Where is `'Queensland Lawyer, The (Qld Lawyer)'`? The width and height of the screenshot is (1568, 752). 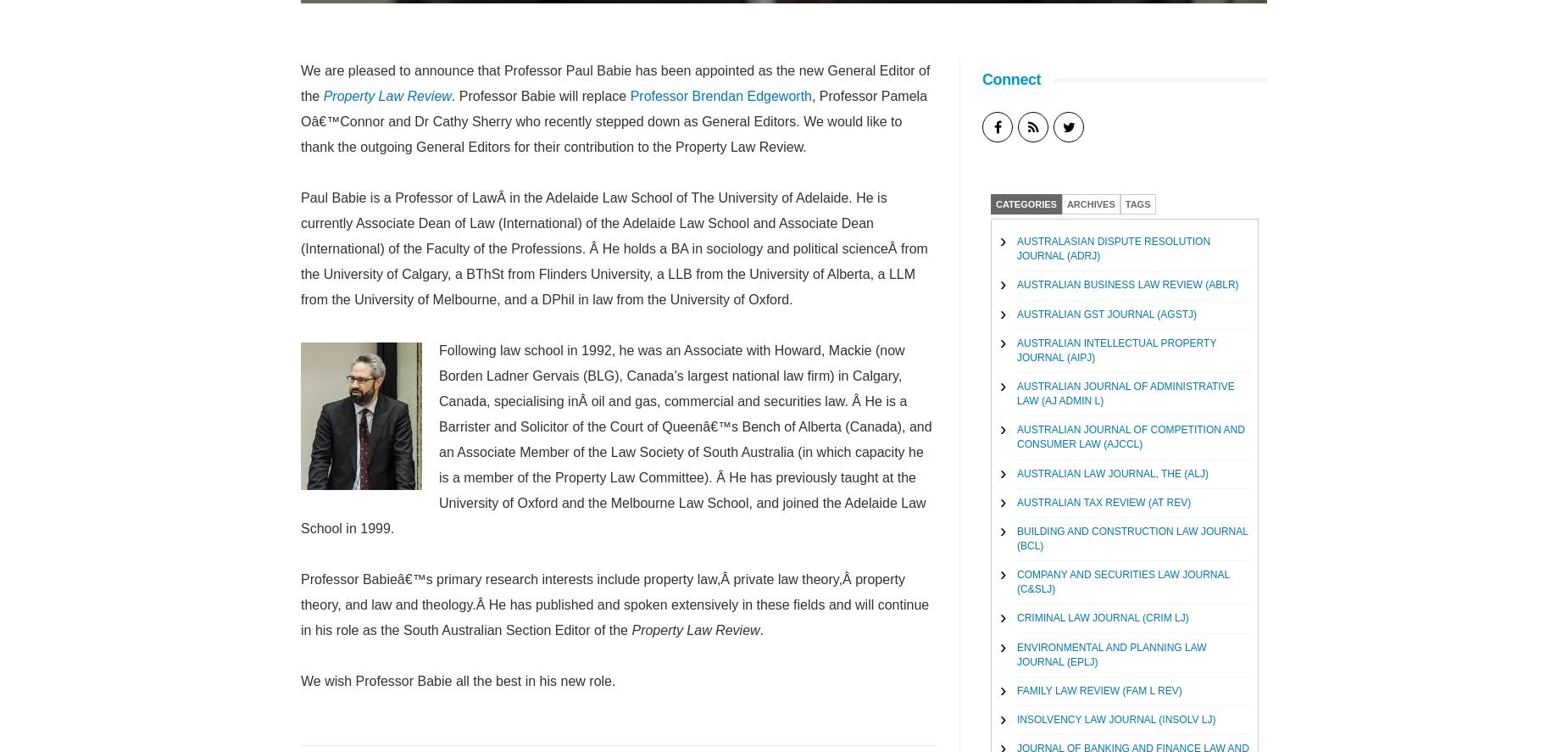 'Queensland Lawyer, The (Qld Lawyer)' is located at coordinates (620, 214).